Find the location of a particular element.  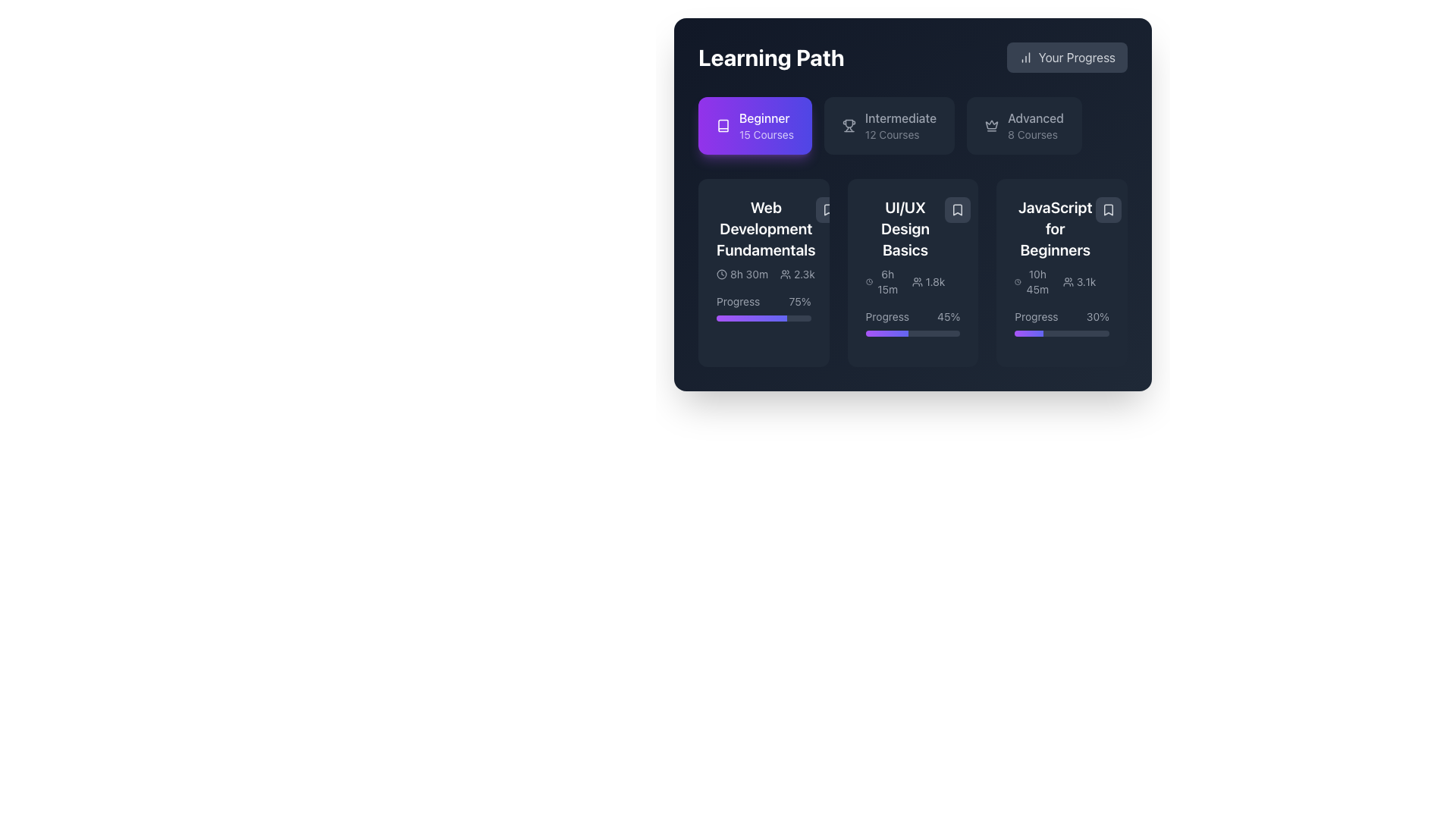

displayed information of the Text with clock icon showing '10h 45m' in the 'JavaScript for Beginners' course card is located at coordinates (1032, 281).